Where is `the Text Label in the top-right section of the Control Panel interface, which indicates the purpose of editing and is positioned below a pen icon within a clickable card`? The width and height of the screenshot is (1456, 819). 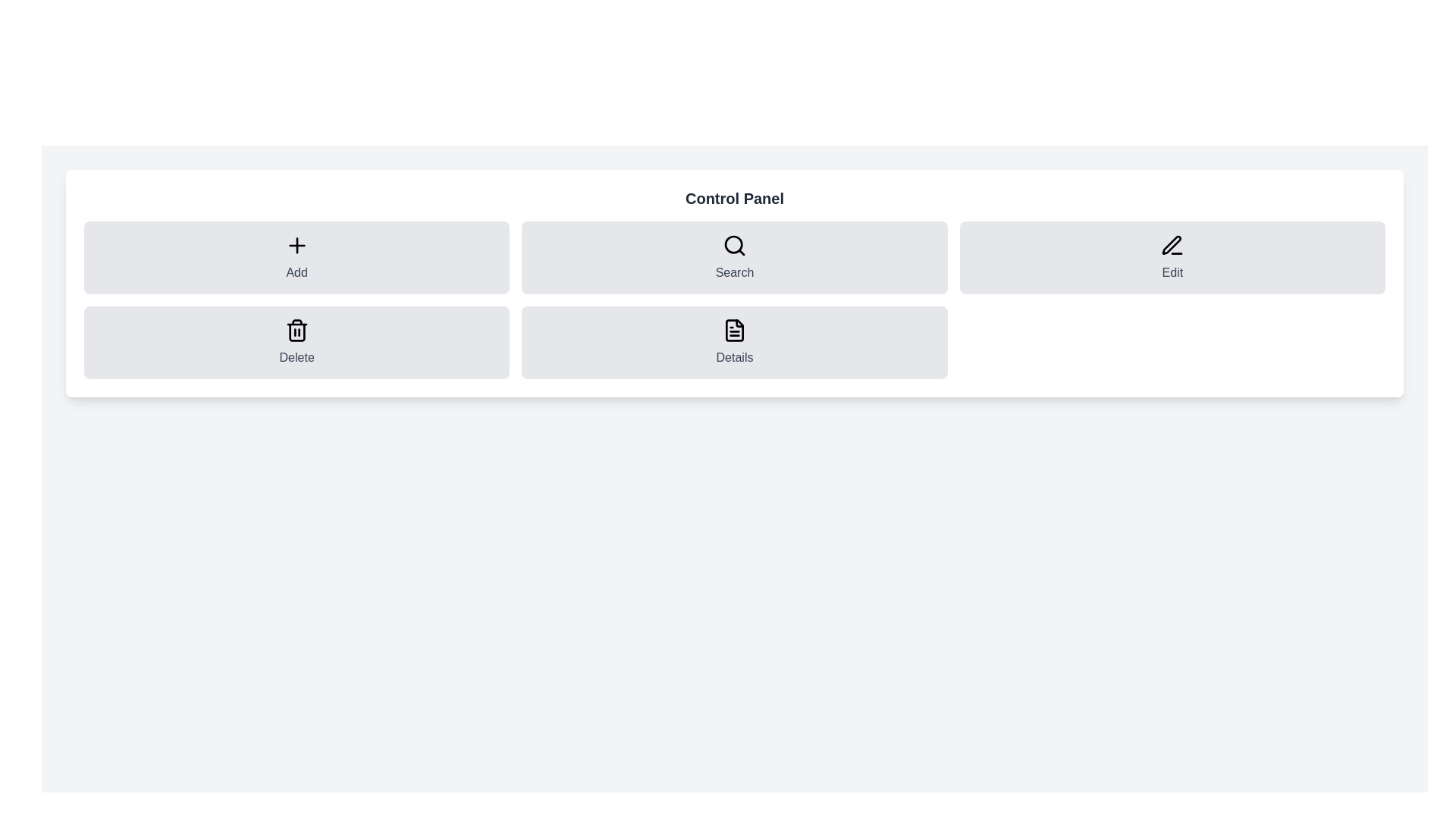
the Text Label in the top-right section of the Control Panel interface, which indicates the purpose of editing and is positioned below a pen icon within a clickable card is located at coordinates (1172, 271).